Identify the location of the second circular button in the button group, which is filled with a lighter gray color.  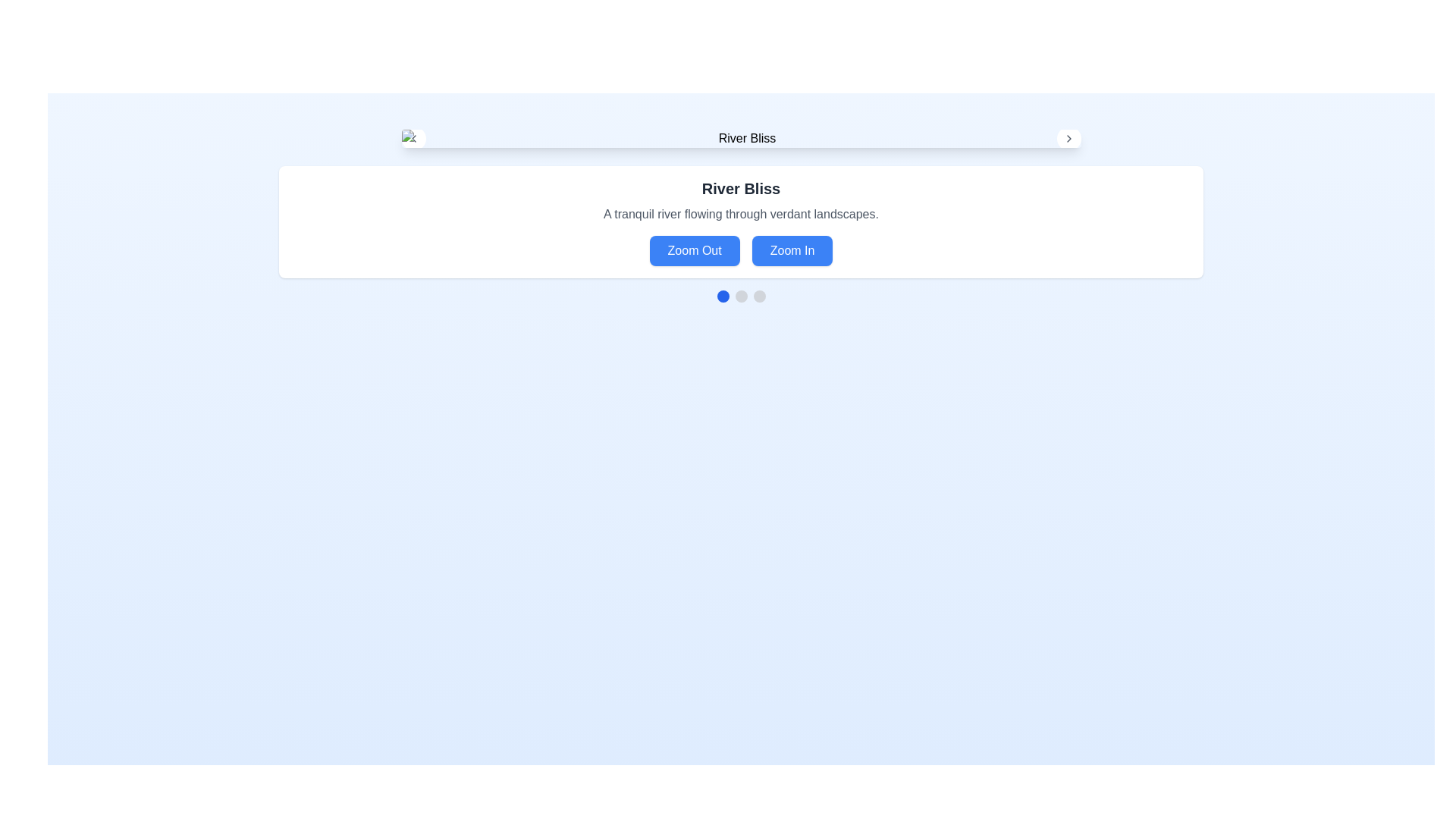
(741, 296).